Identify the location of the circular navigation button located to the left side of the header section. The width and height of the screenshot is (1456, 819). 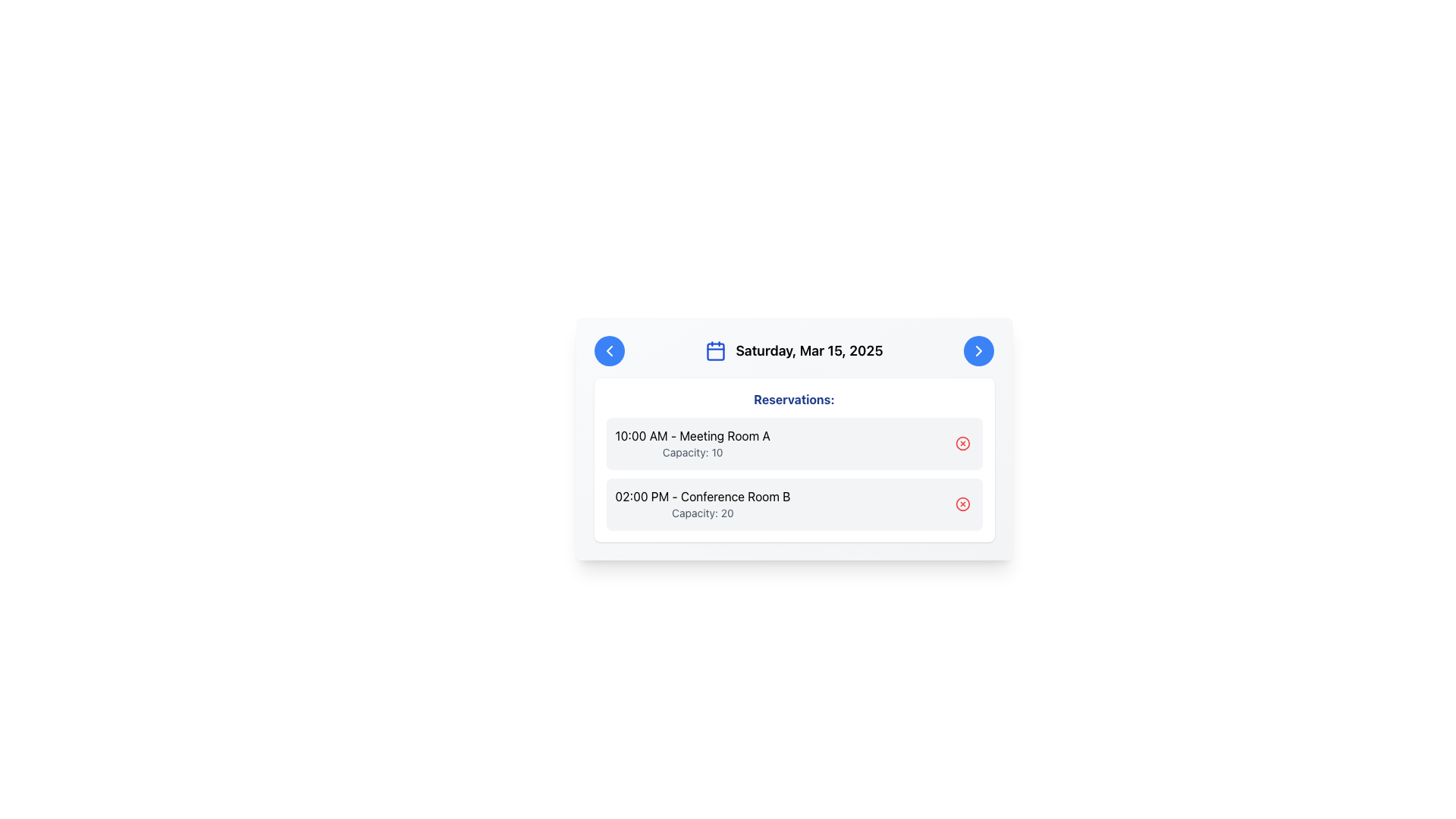
(609, 350).